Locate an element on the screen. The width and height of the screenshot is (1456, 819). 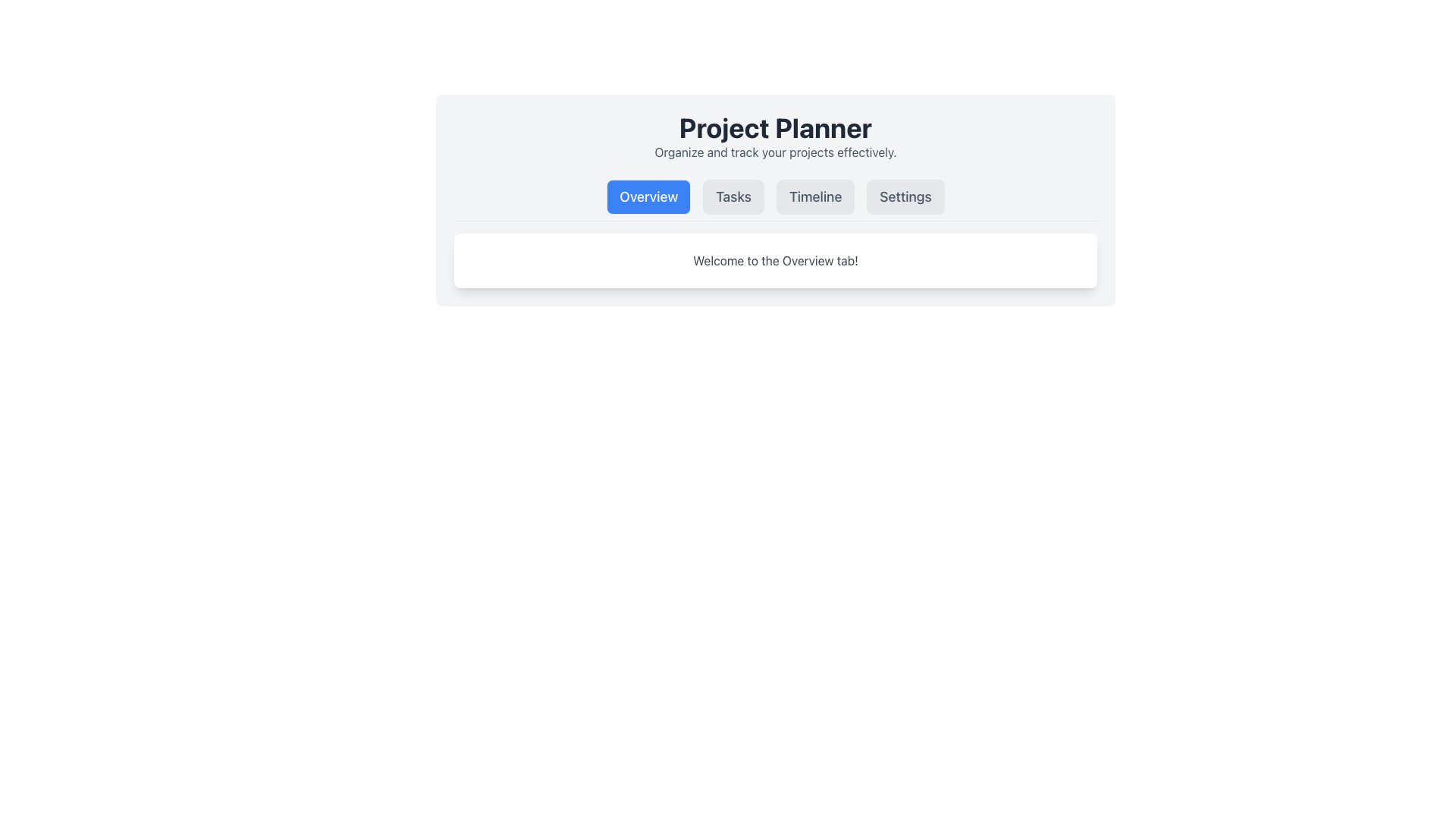
the 'Tasks' button, which is the second button in the toolbar with a light gray background and rounded edges is located at coordinates (733, 196).